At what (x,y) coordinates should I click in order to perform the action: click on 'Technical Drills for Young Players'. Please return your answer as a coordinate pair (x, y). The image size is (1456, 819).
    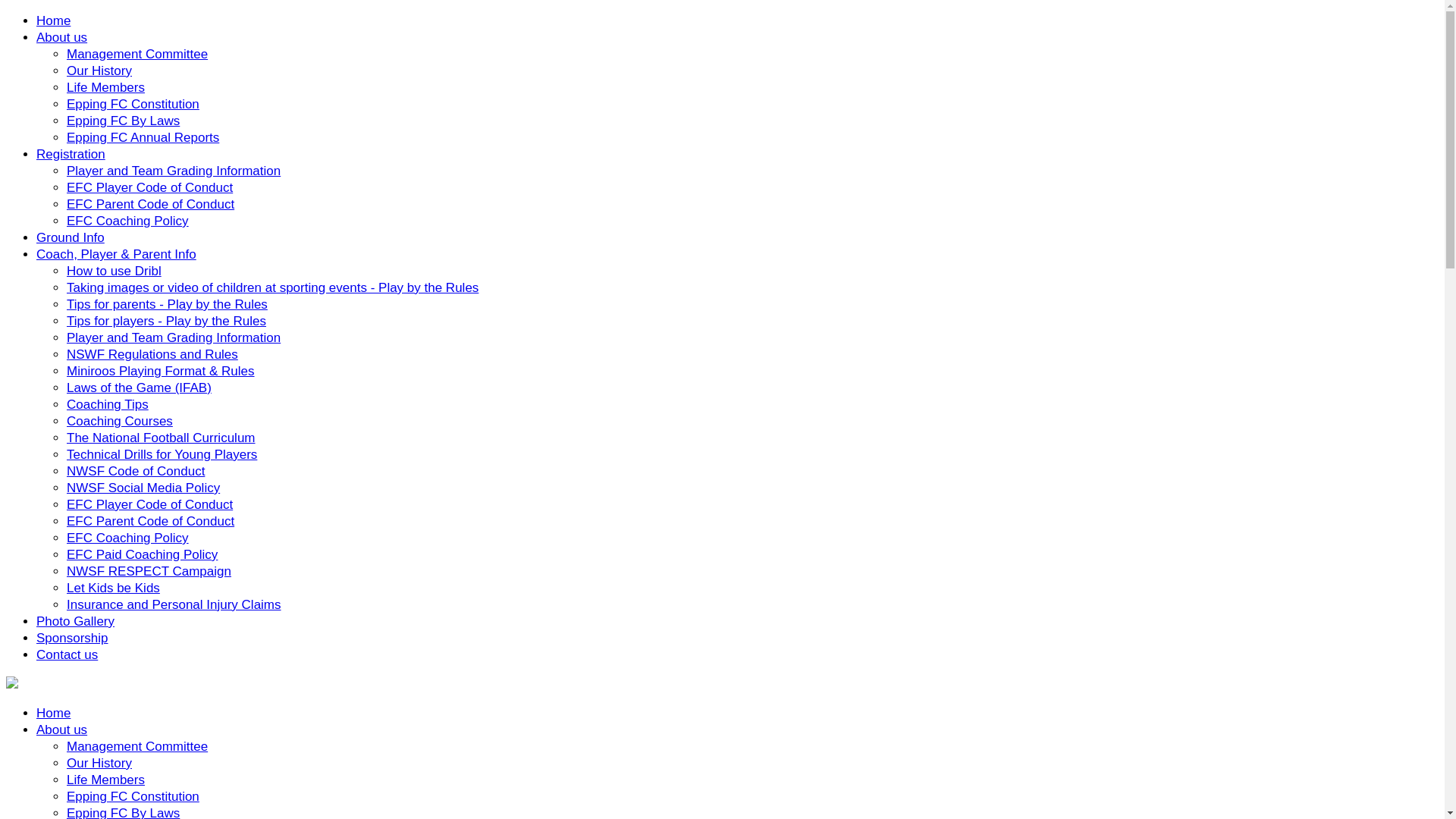
    Looking at the image, I should click on (162, 453).